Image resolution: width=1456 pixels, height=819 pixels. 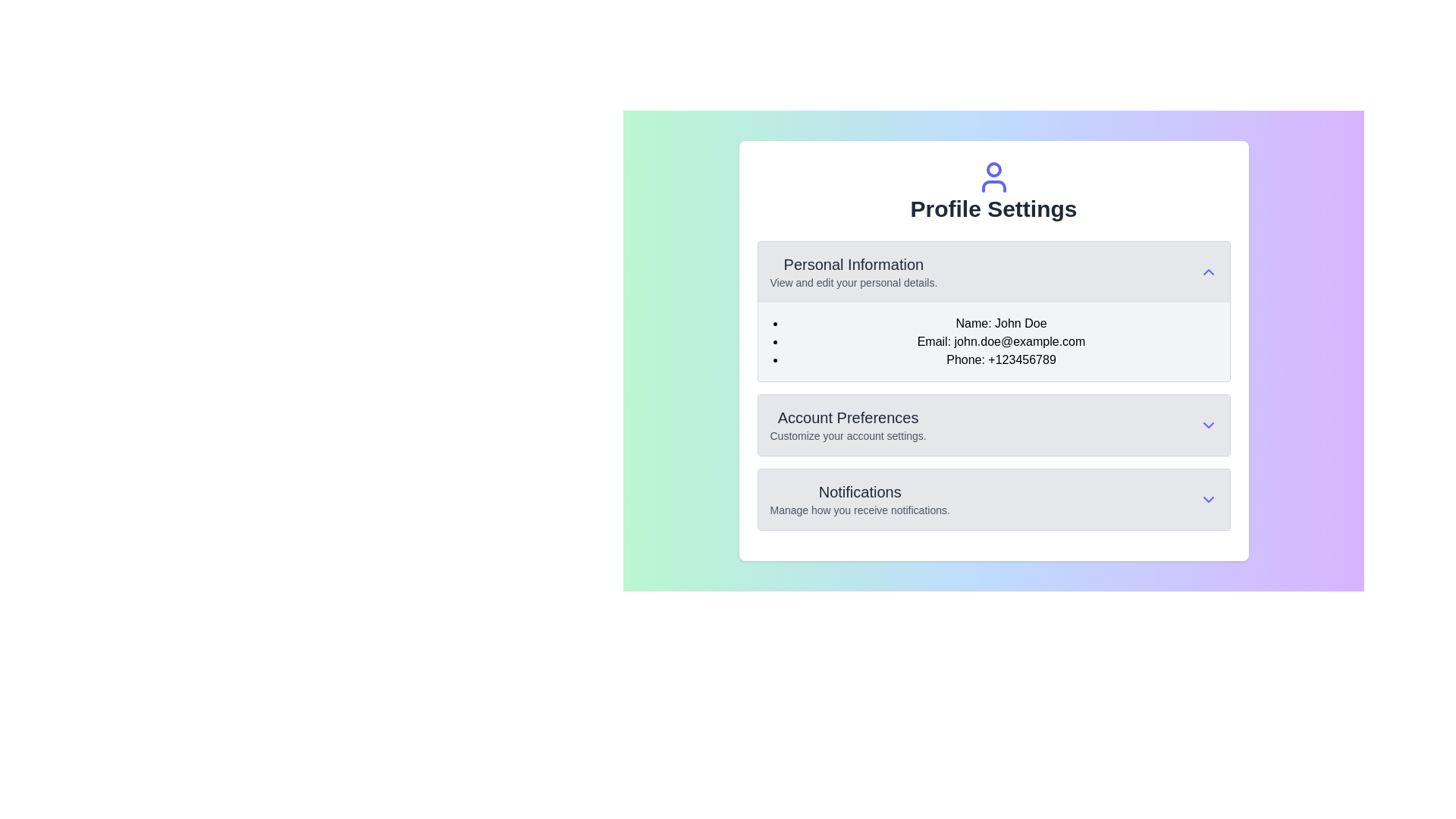 What do you see at coordinates (993, 186) in the screenshot?
I see `the decorative icon that is part of the user avatar, positioned centrally above the 'Profile Settings' text` at bounding box center [993, 186].